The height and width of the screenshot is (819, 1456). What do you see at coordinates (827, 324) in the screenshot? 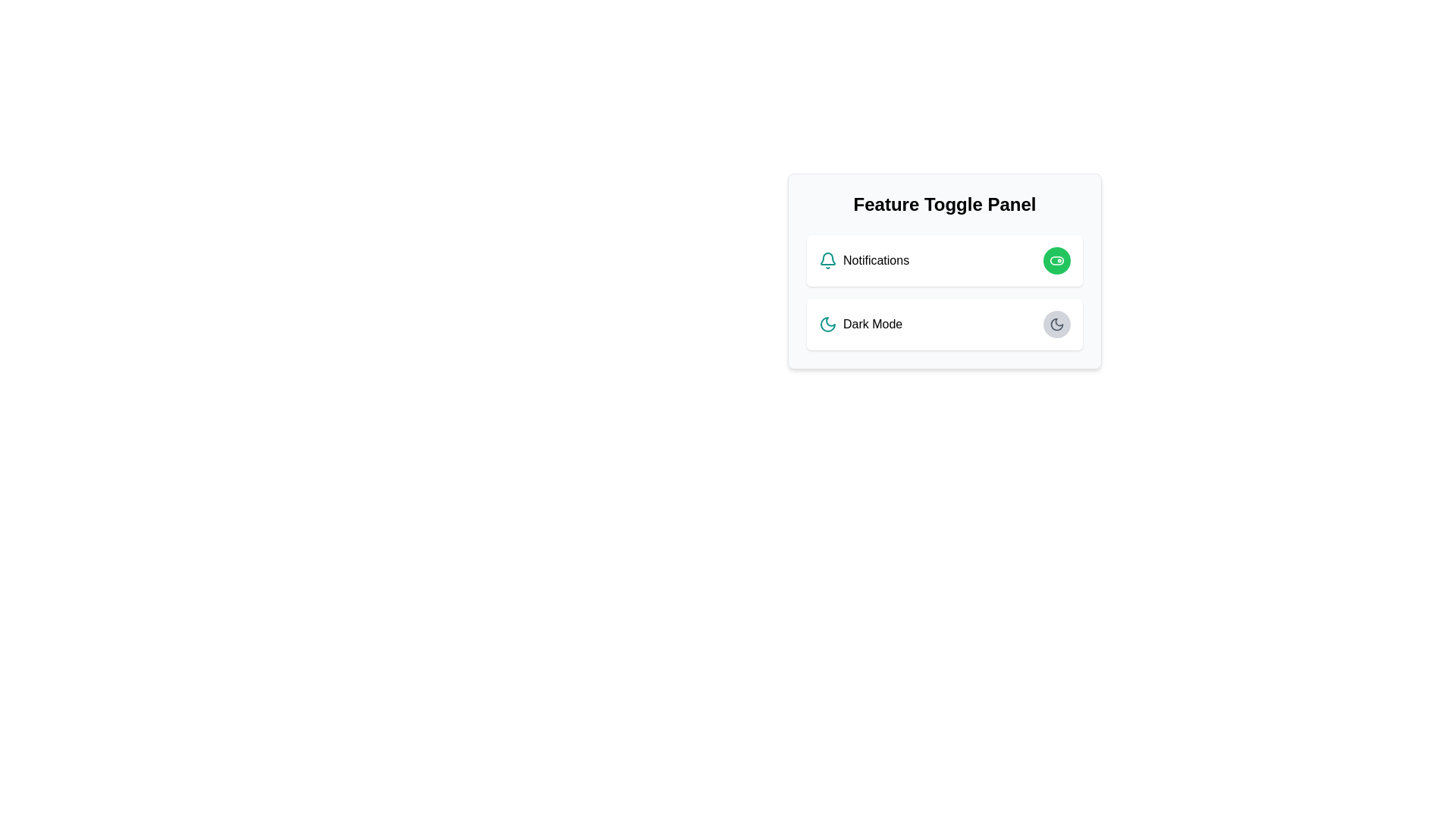
I see `the moon-shaped teal icon for toggling dark mode, located` at bounding box center [827, 324].